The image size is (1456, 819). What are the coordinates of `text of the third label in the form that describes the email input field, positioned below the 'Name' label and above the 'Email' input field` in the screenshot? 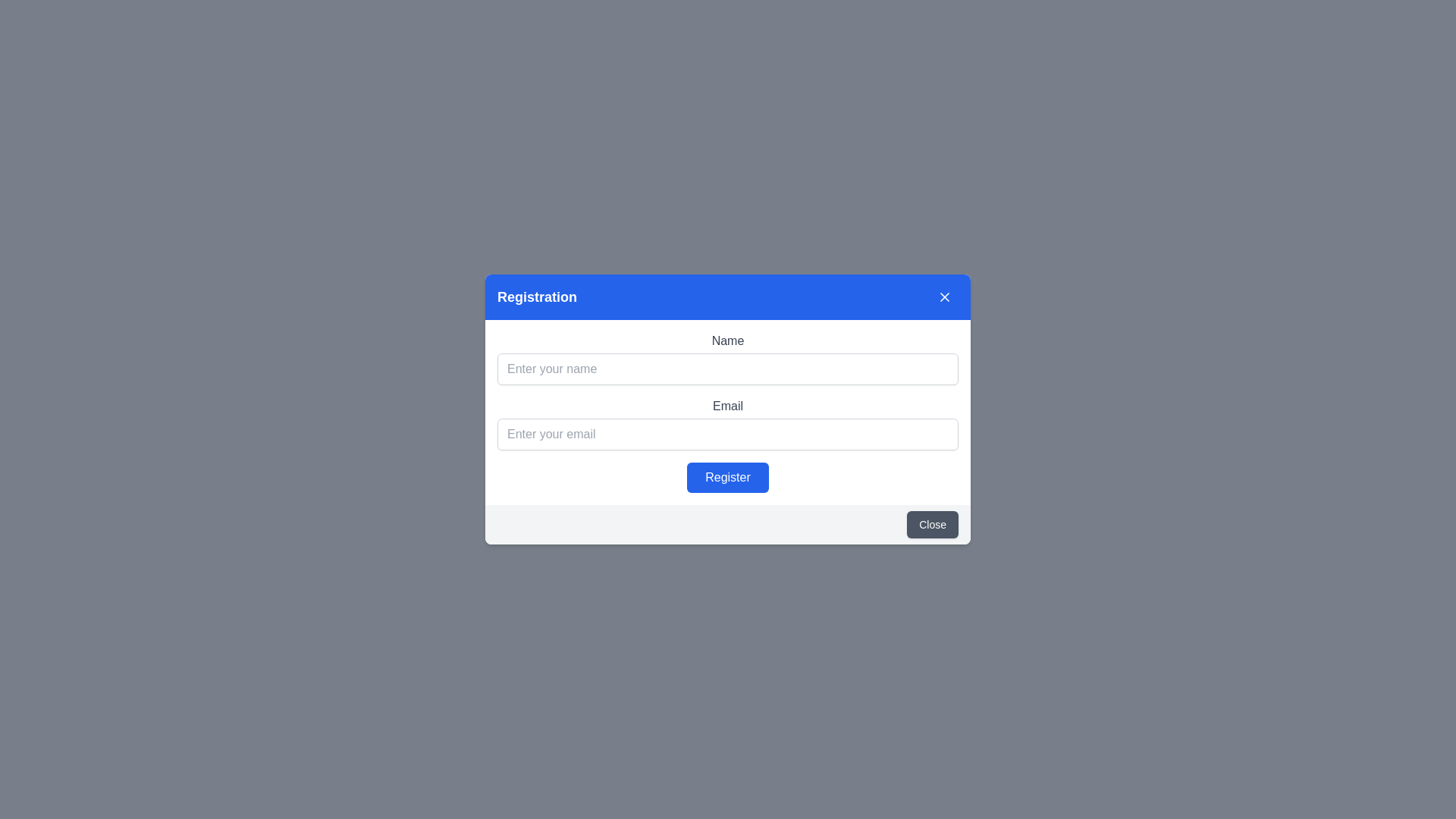 It's located at (728, 412).